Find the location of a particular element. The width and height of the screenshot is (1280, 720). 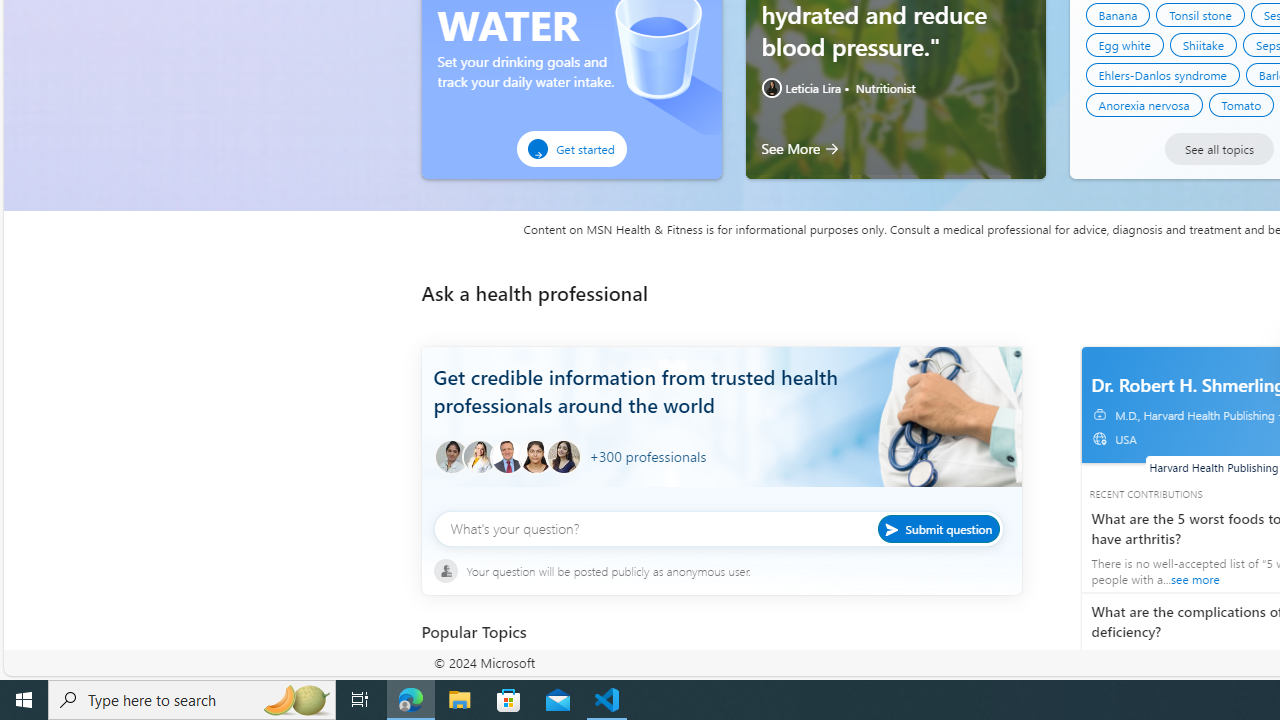

'Shiitake' is located at coordinates (1202, 45).